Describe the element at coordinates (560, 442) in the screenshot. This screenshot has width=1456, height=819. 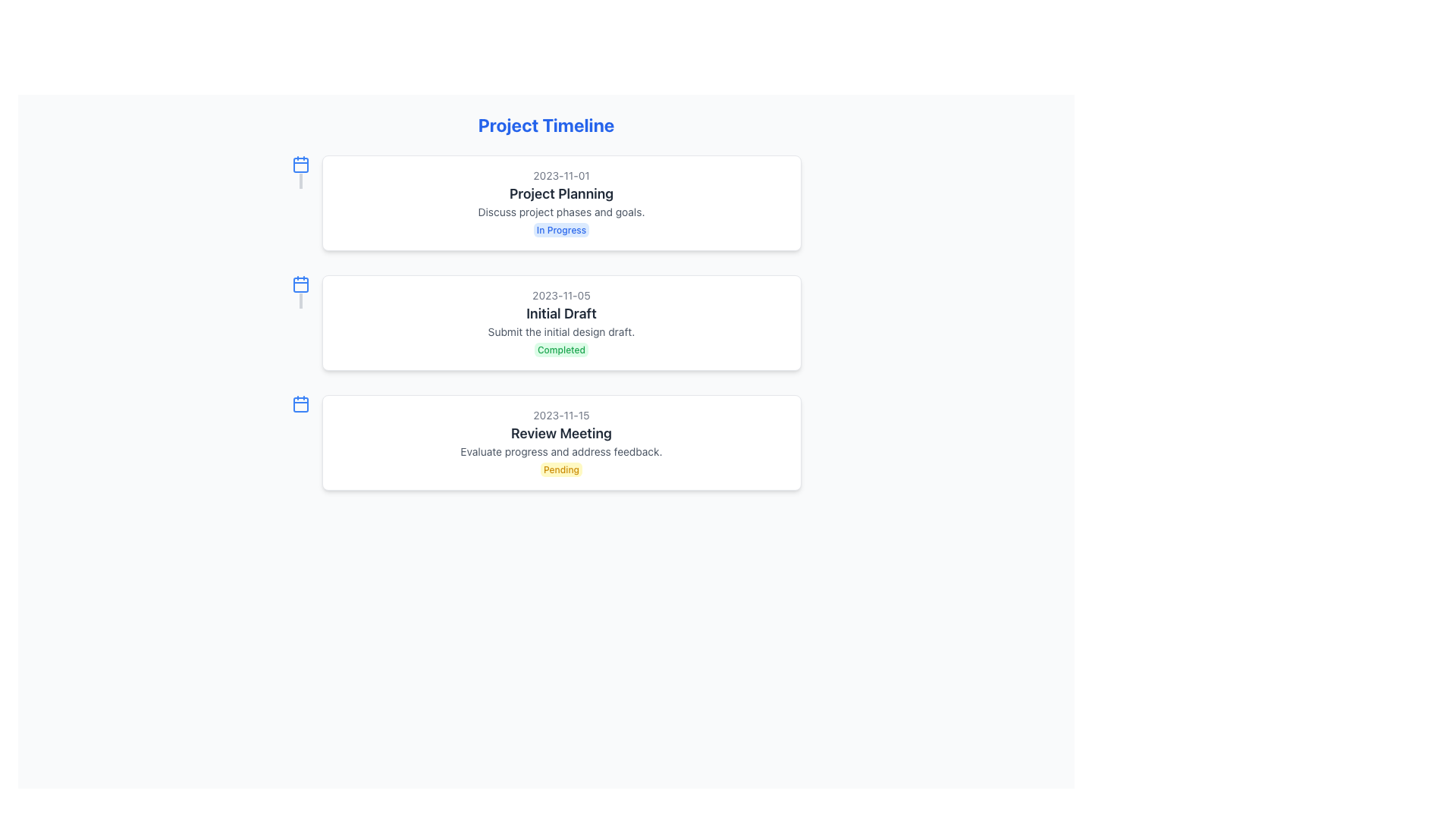
I see `the Informational Card for 'Review Meeting' scheduled on '2023-11-15', which is the third card in the vertical list of project timeline entries` at that location.